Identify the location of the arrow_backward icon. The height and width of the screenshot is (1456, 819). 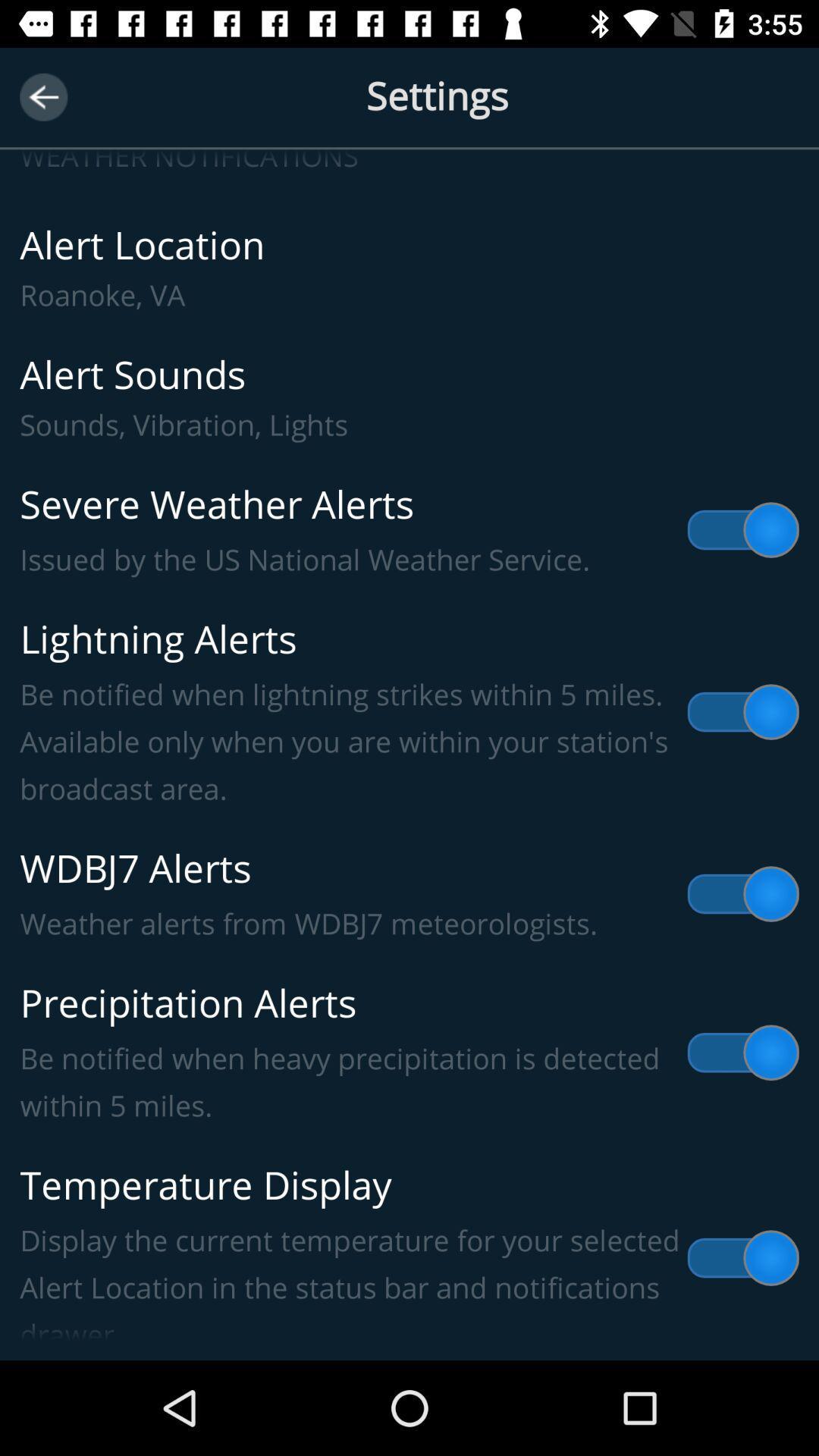
(42, 96).